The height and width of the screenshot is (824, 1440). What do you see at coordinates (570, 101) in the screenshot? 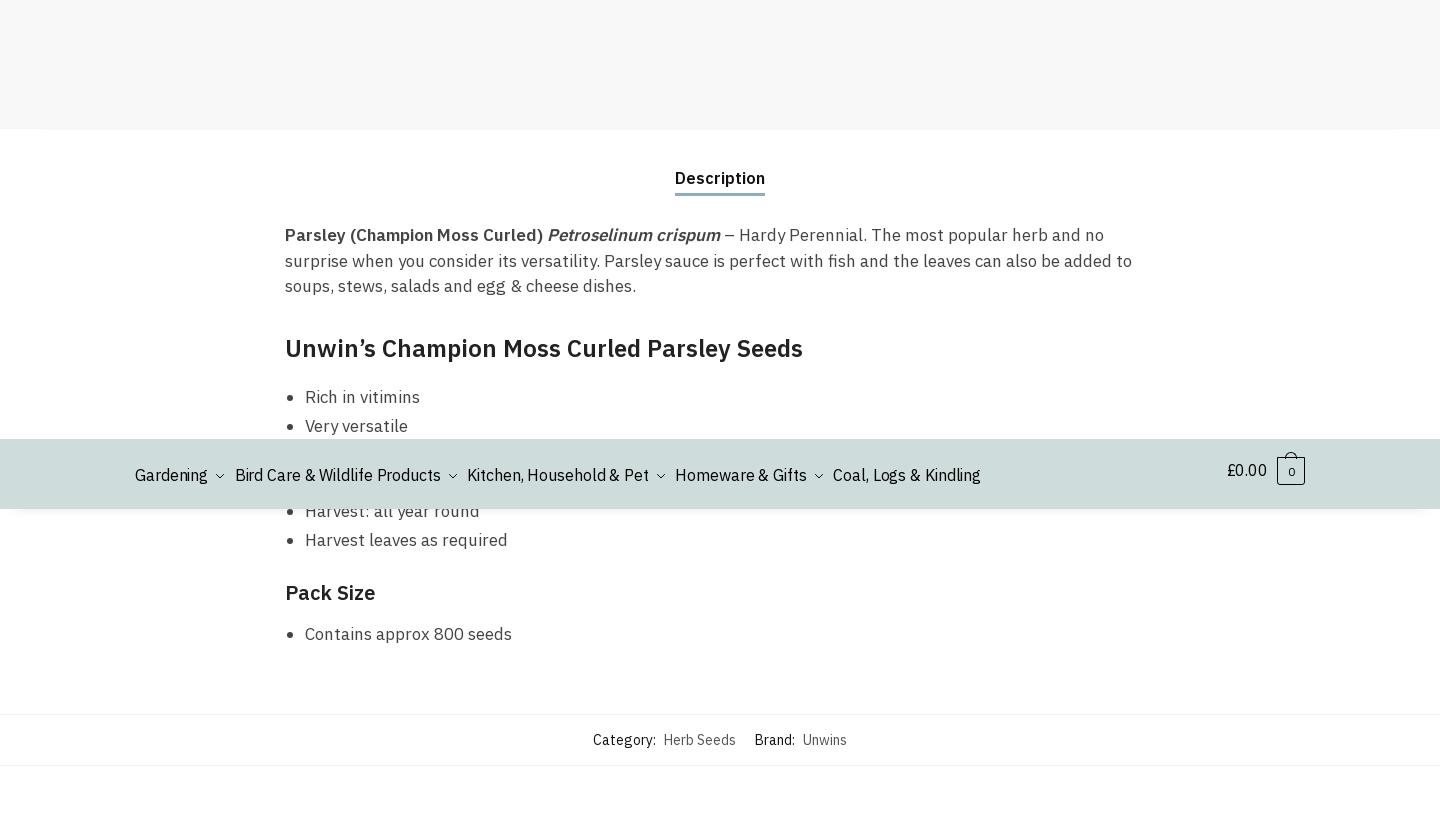
I see `'About Us'` at bounding box center [570, 101].